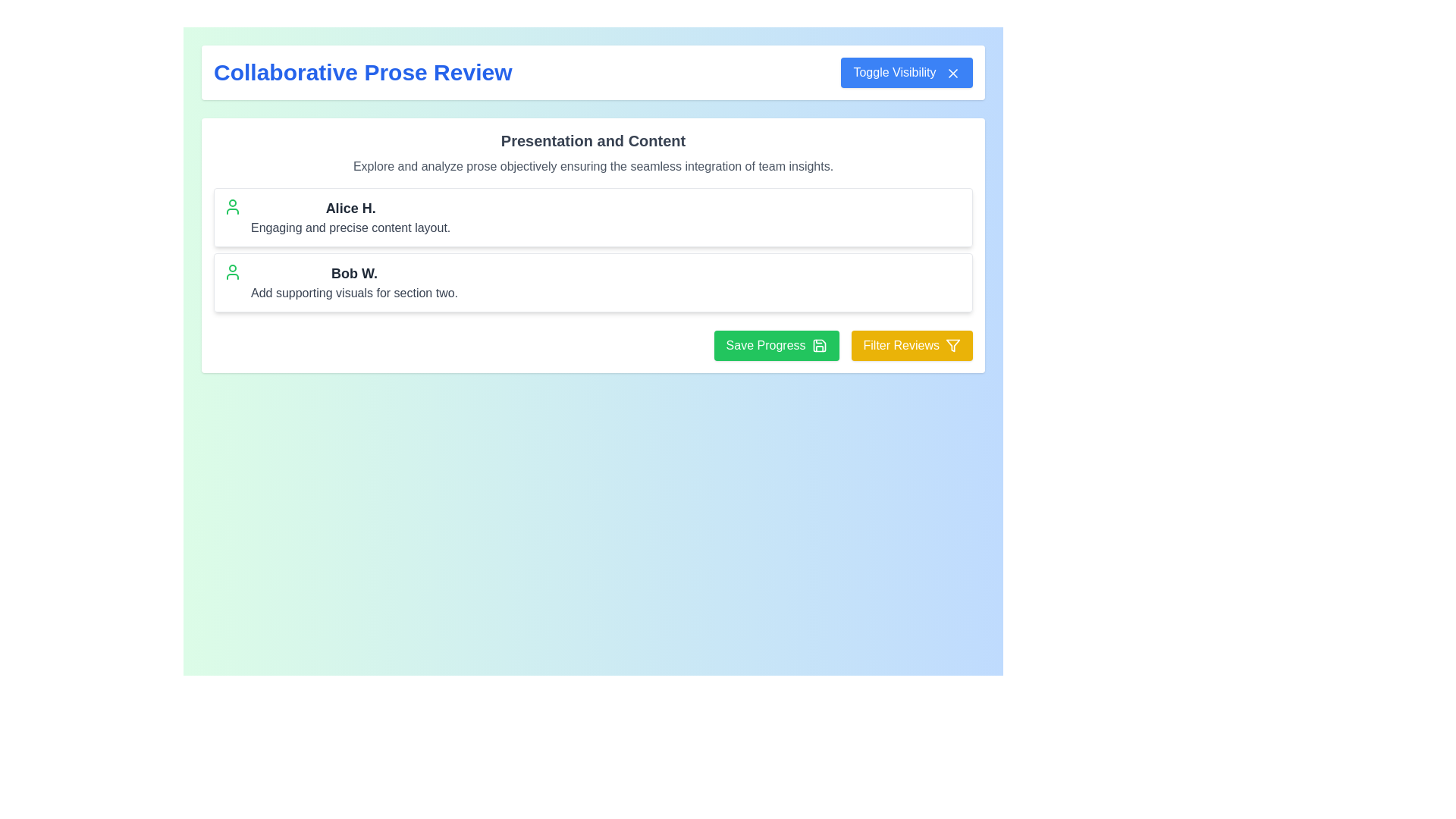 Image resolution: width=1456 pixels, height=819 pixels. Describe the element at coordinates (777, 345) in the screenshot. I see `the 'Save Progress' button, which is a green button with white text and a save icon, located in the lower-right section of the main content area` at that location.